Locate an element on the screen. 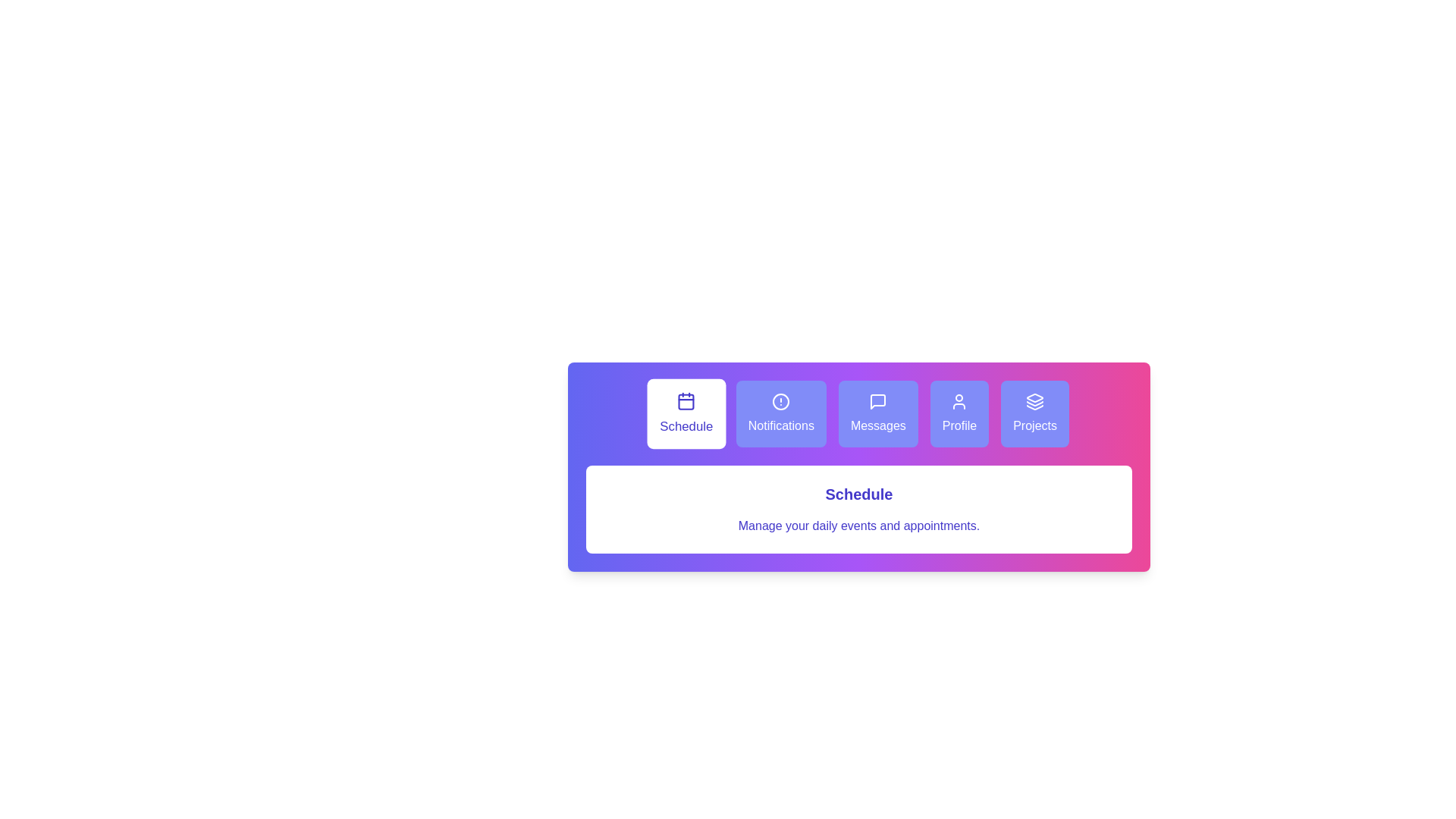 This screenshot has height=819, width=1456. the tab labeled 'Notifications' to see its hover effect is located at coordinates (781, 414).